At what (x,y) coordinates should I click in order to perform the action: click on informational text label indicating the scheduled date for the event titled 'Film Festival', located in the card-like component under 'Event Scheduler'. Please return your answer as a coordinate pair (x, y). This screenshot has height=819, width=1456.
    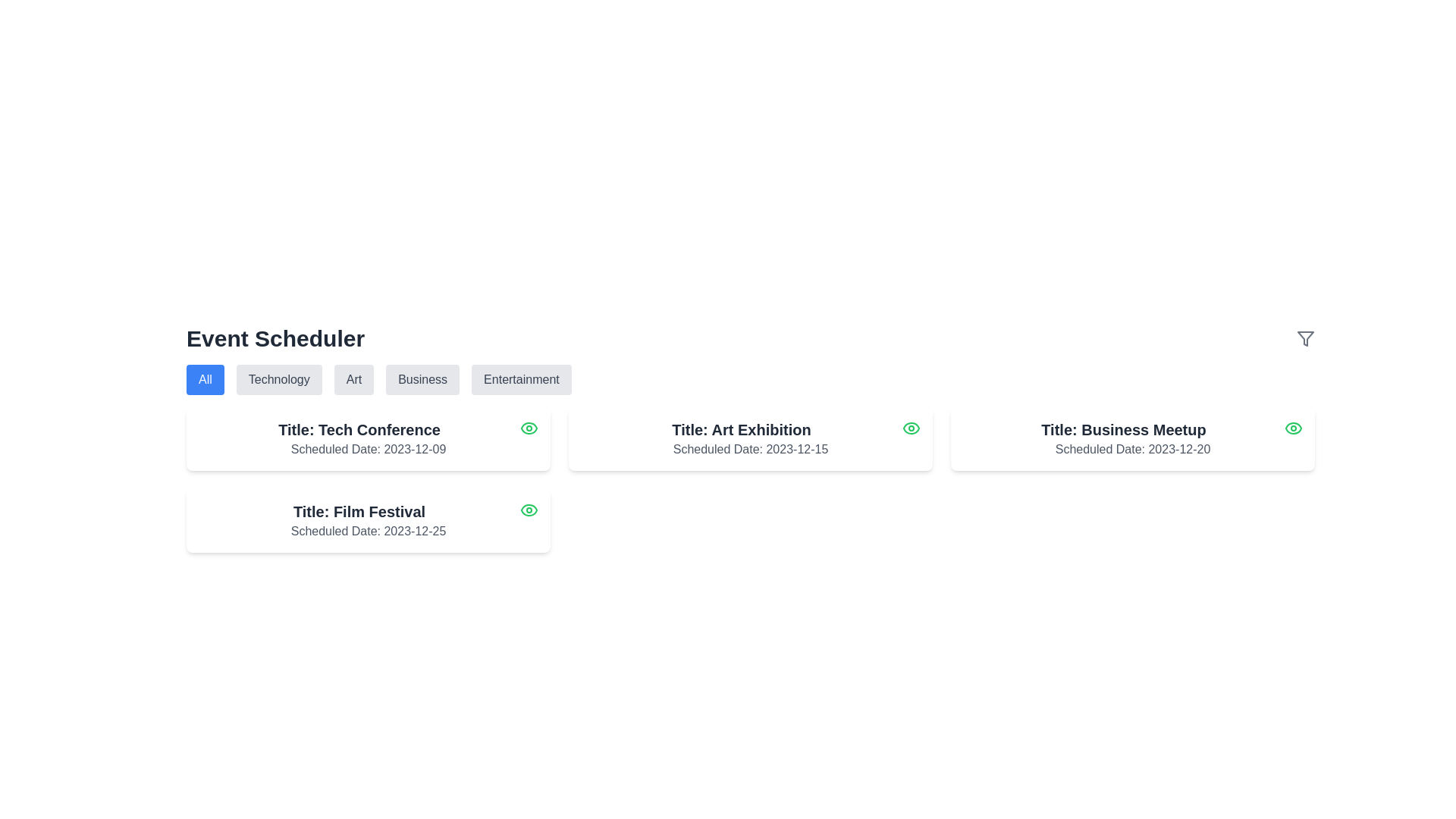
    Looking at the image, I should click on (368, 531).